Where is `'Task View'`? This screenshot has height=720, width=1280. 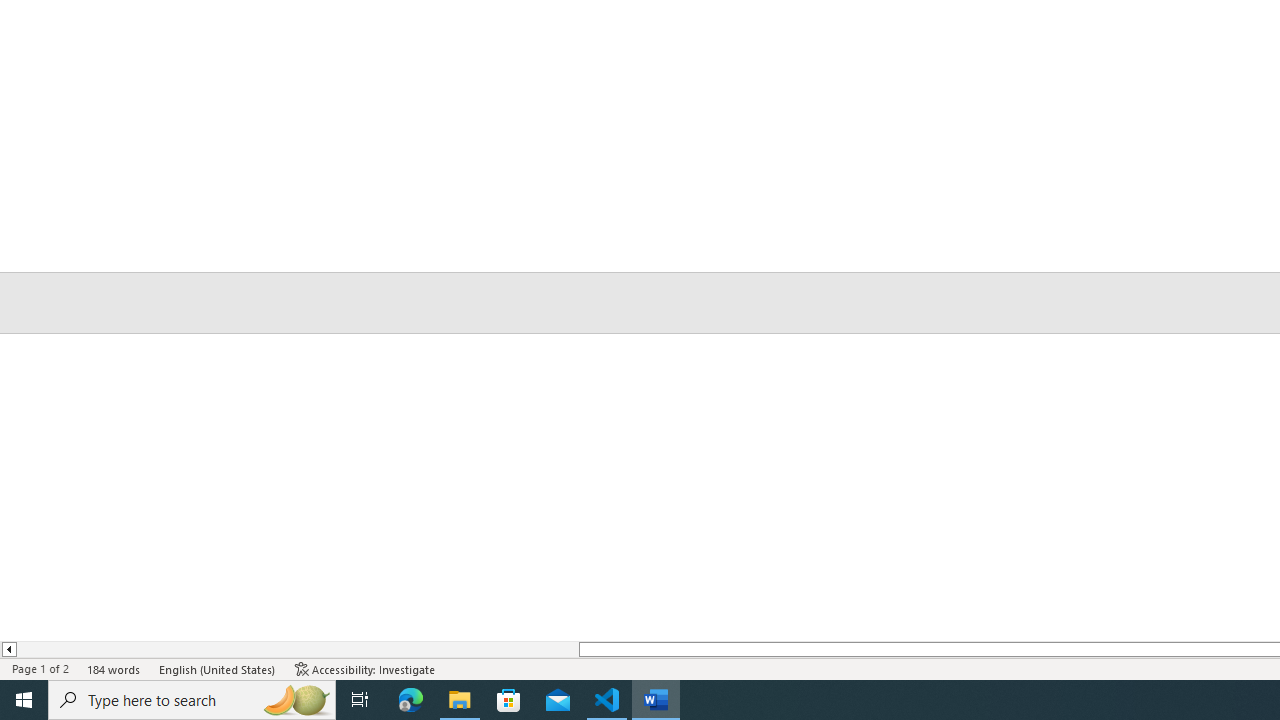 'Task View' is located at coordinates (359, 698).